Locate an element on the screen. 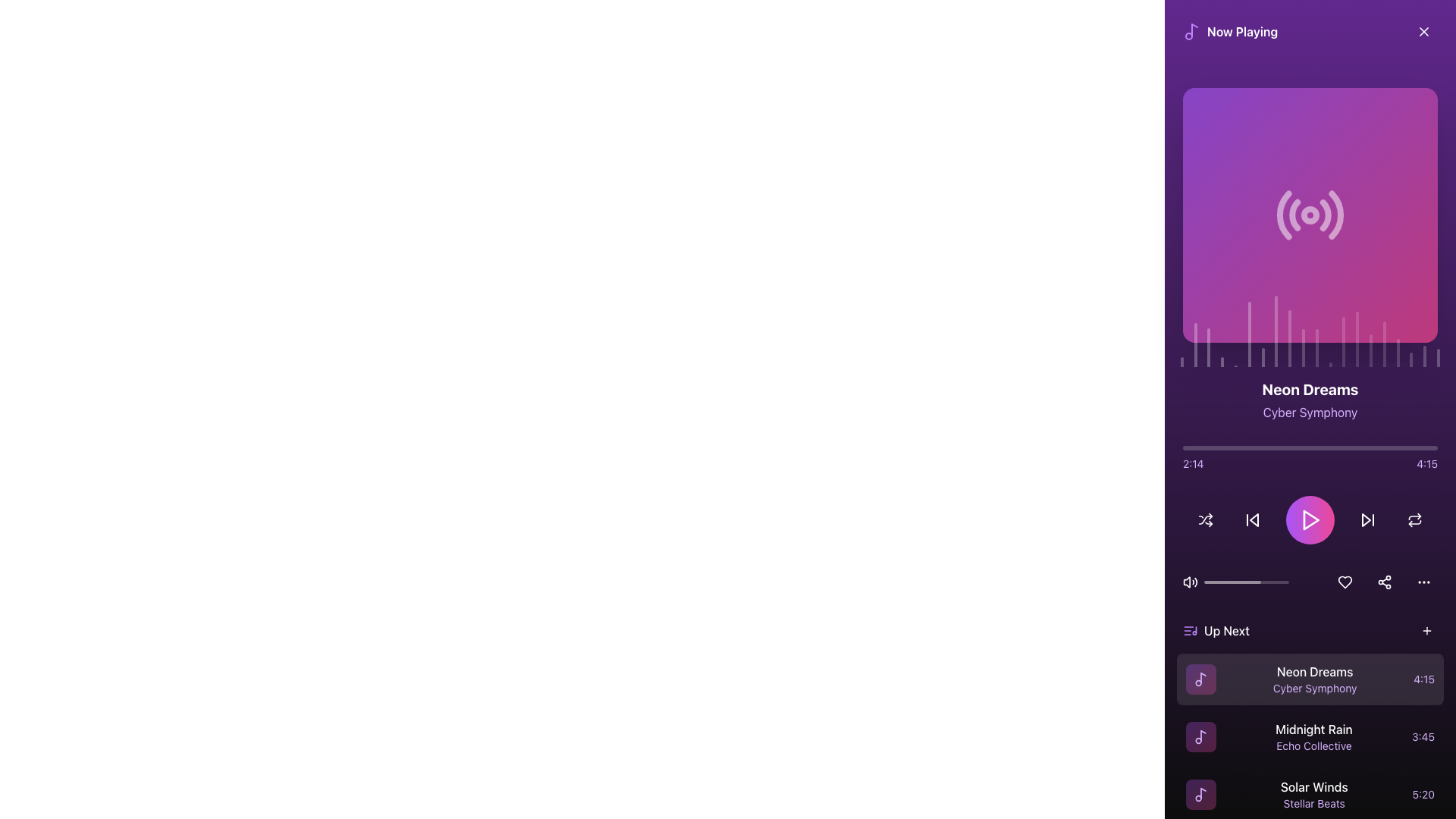 This screenshot has width=1456, height=819. the first entry in the 'Up Next' list to play the song is located at coordinates (1310, 678).